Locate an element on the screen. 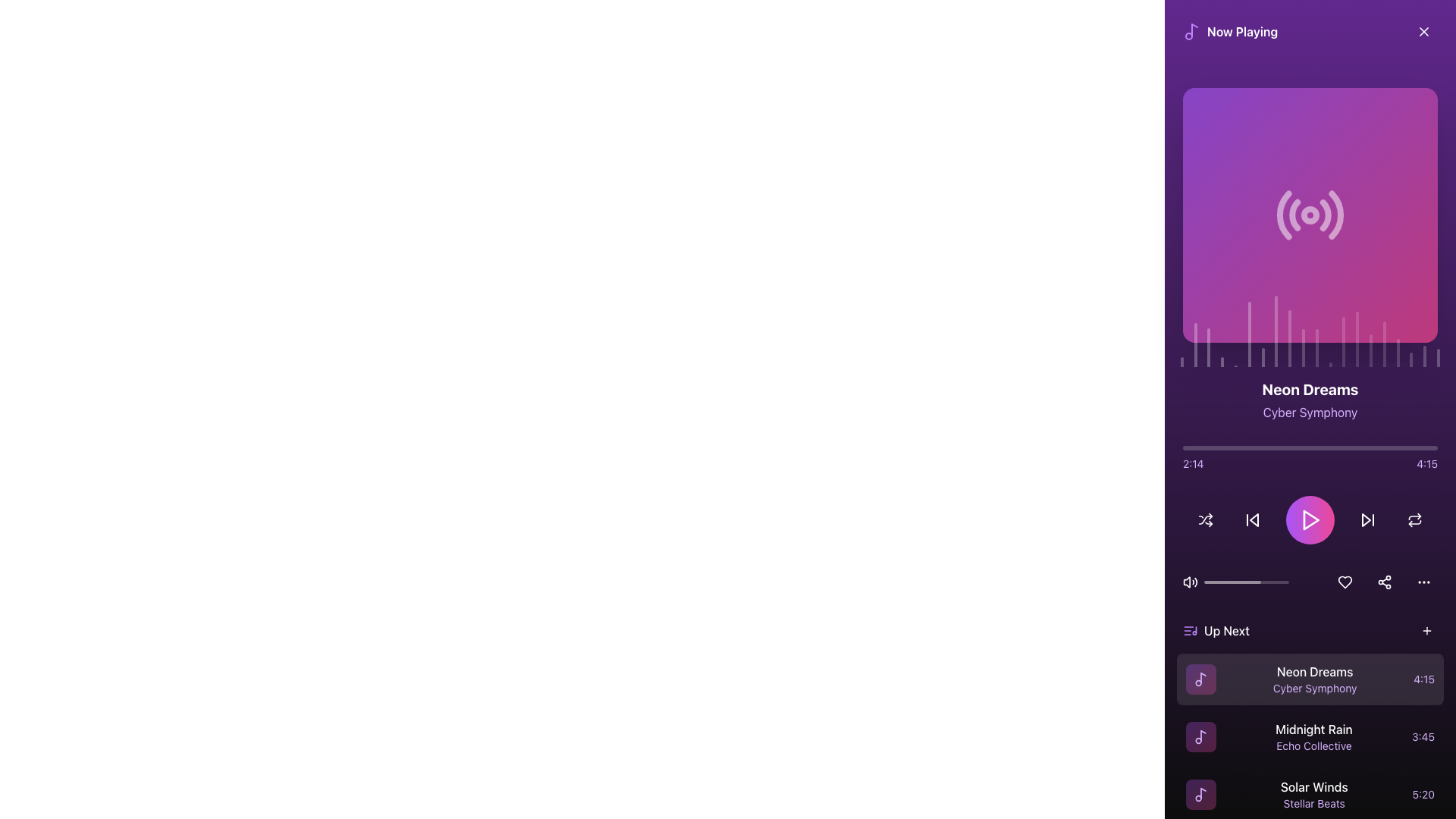 This screenshot has width=1456, height=819. the first entry in the 'Up Next' list to play the song is located at coordinates (1310, 678).